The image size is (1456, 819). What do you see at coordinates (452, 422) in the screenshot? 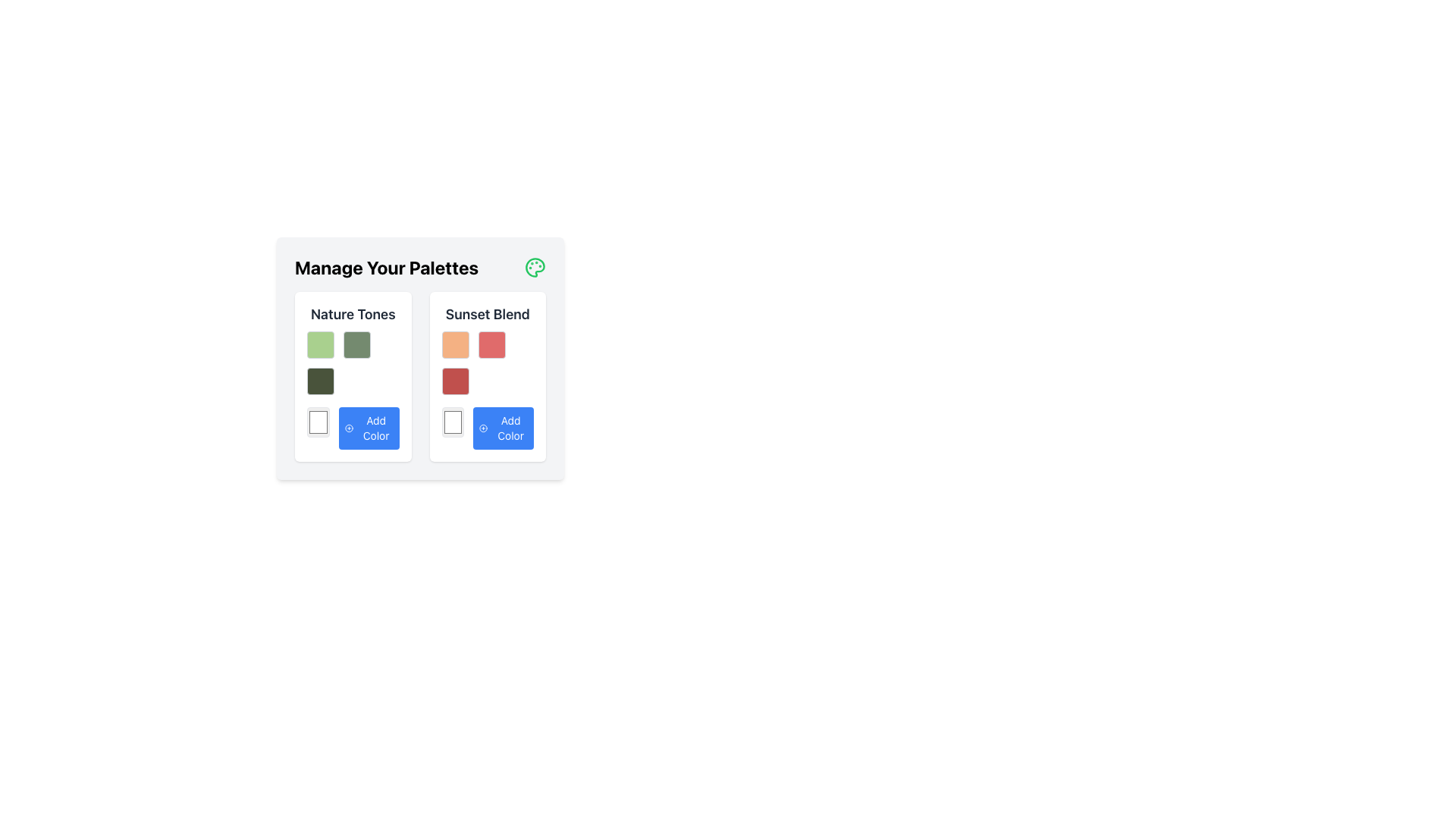
I see `the leftmost color swatch of the 'Sunset Blend' palette` at bounding box center [452, 422].